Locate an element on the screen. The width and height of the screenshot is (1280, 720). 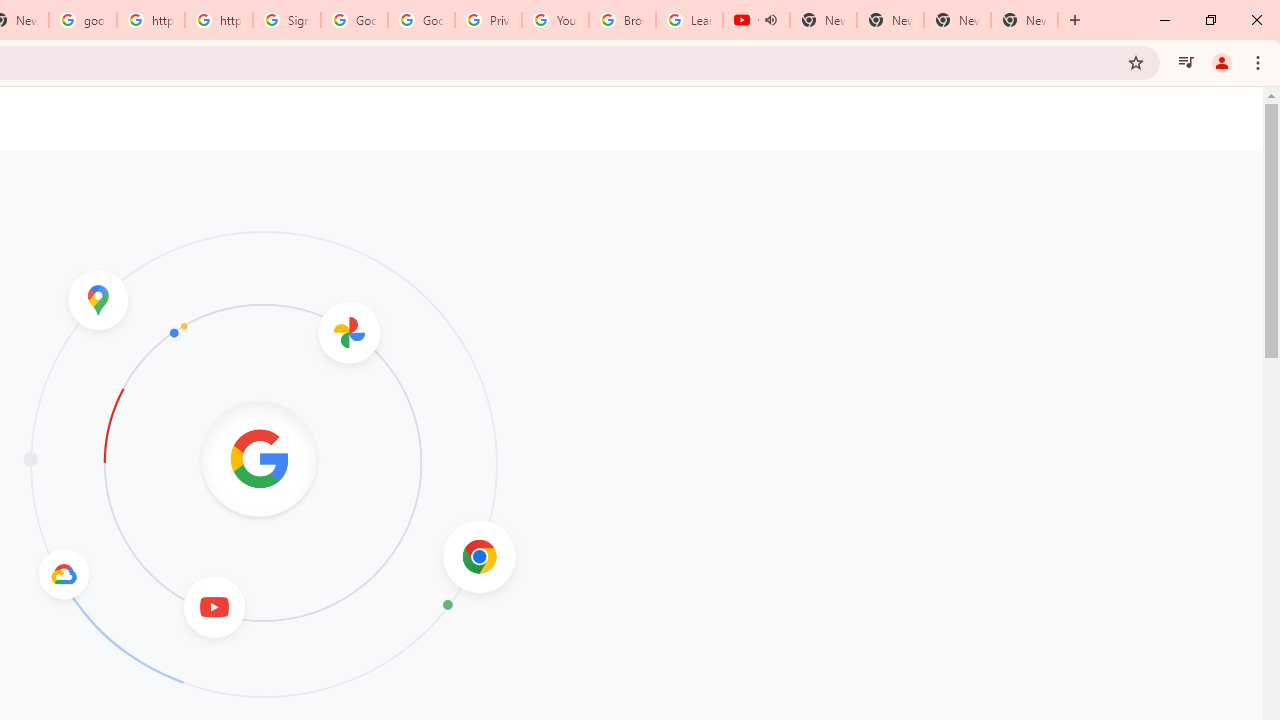
'https://scholar.google.com/' is located at coordinates (150, 20).